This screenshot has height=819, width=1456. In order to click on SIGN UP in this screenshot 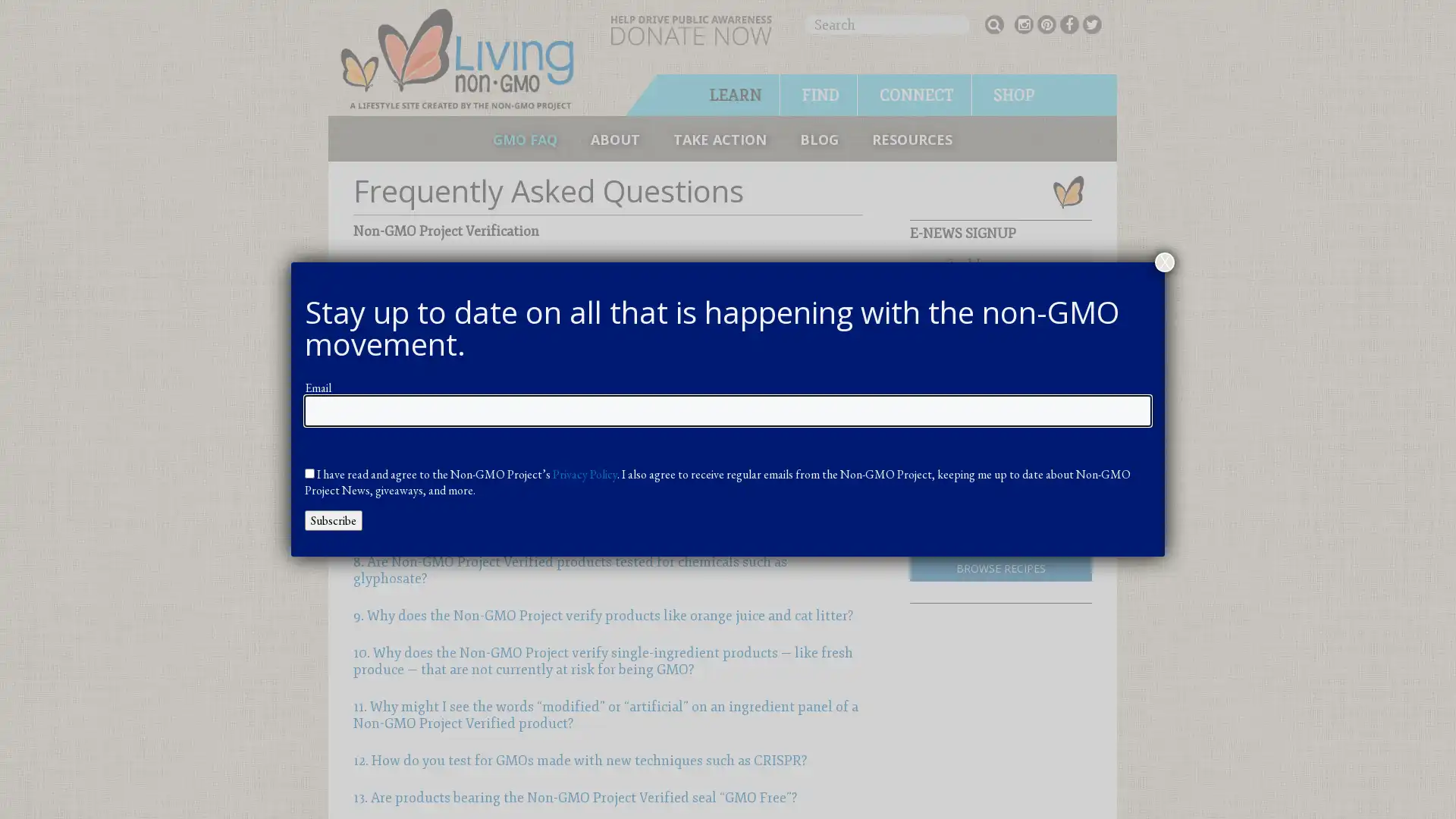, I will do `click(1000, 303)`.